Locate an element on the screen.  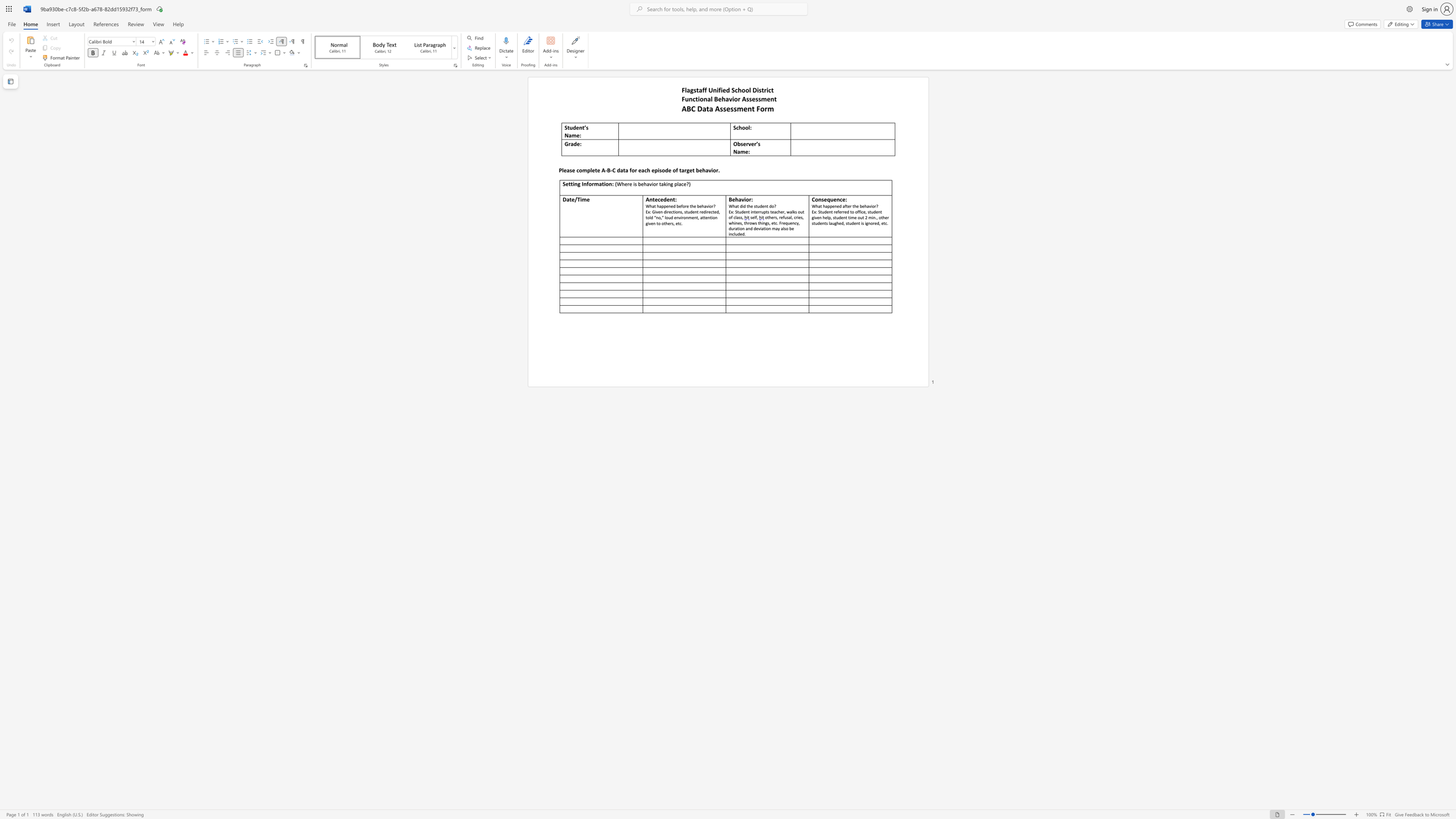
the 1th character ":" in the text is located at coordinates (748, 151).